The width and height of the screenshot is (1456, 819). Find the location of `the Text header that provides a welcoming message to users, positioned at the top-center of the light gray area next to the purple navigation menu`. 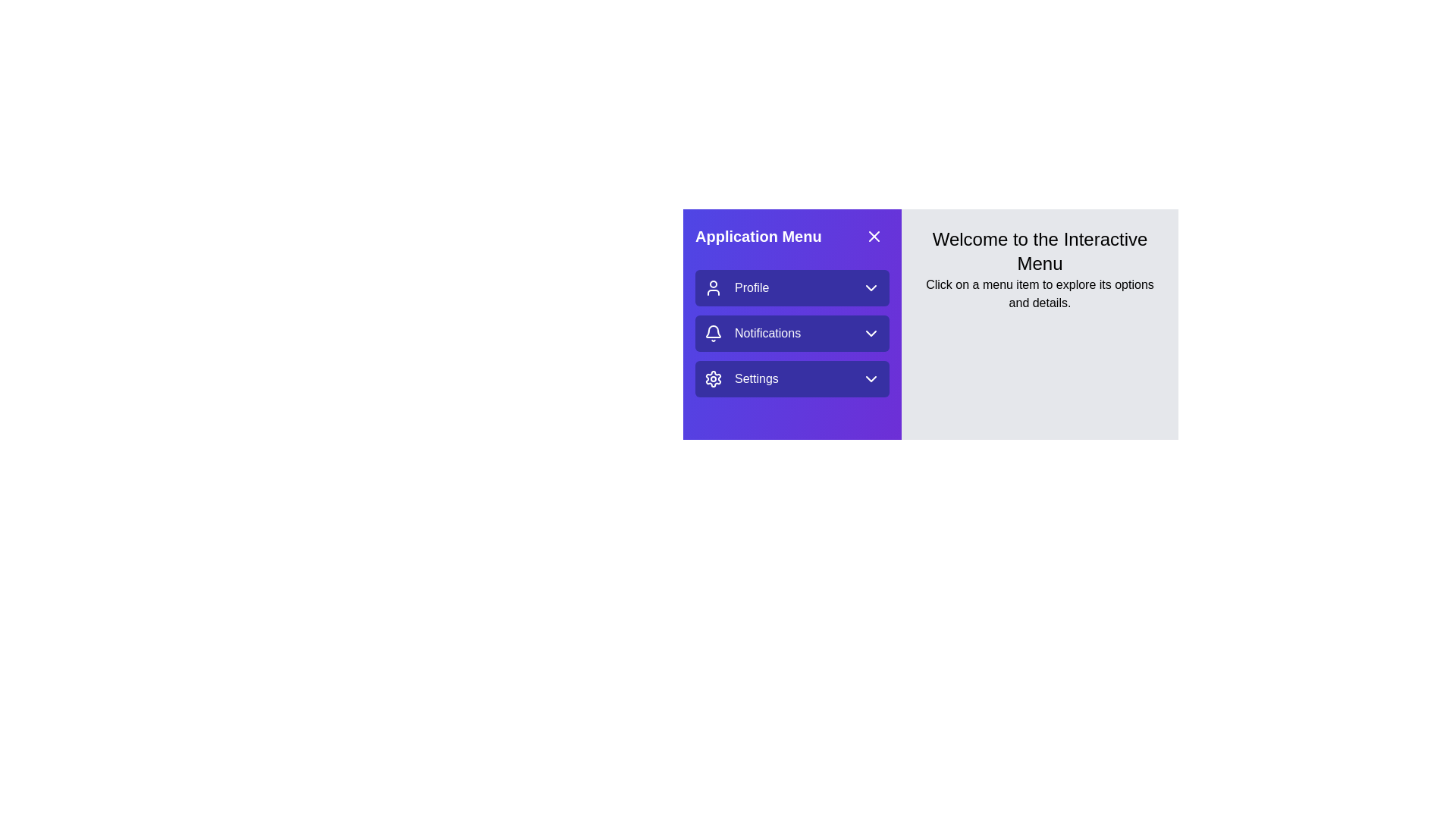

the Text header that provides a welcoming message to users, positioned at the top-center of the light gray area next to the purple navigation menu is located at coordinates (1039, 250).